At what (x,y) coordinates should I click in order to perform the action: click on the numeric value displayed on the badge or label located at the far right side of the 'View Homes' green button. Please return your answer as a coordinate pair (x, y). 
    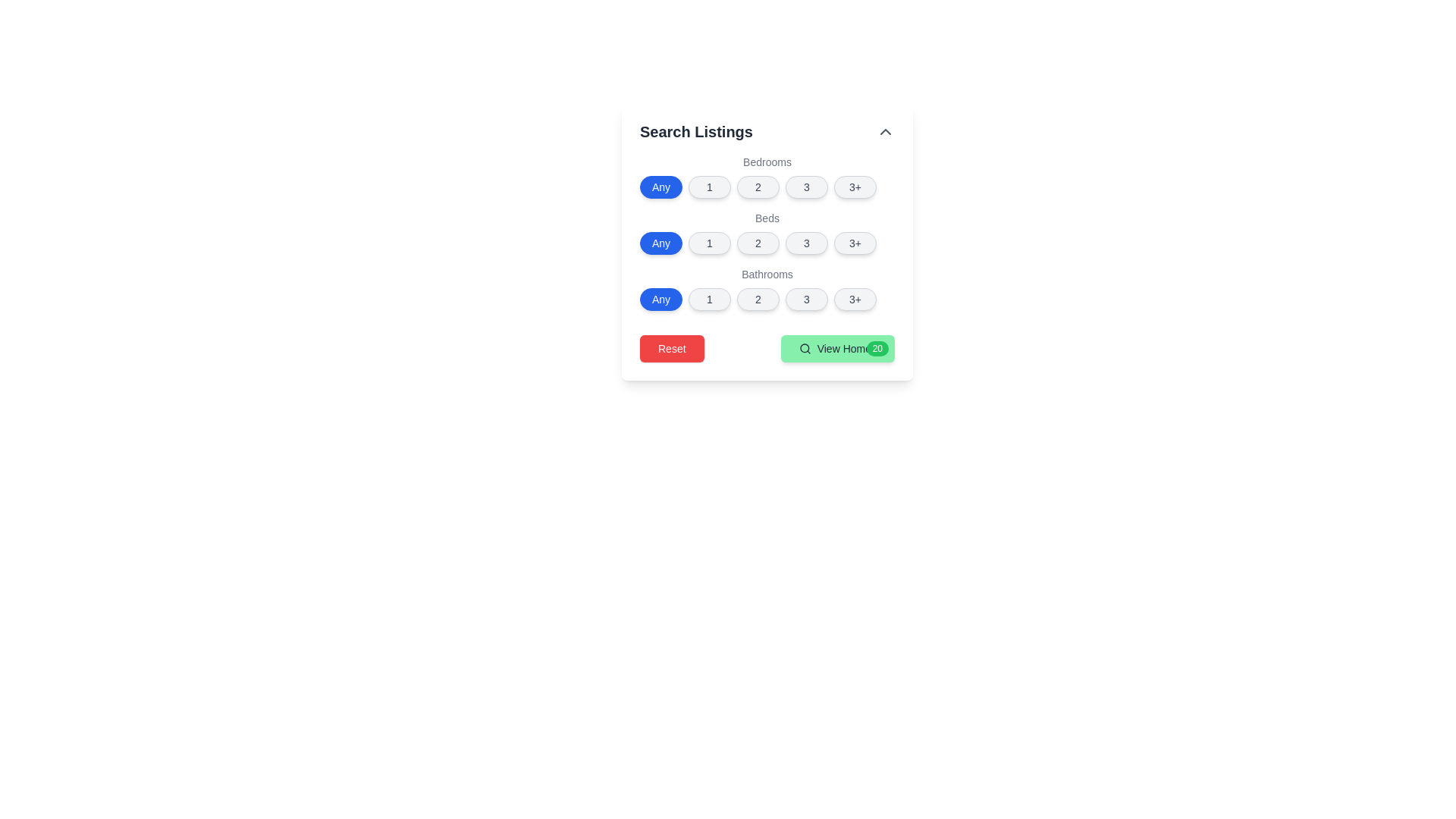
    Looking at the image, I should click on (877, 348).